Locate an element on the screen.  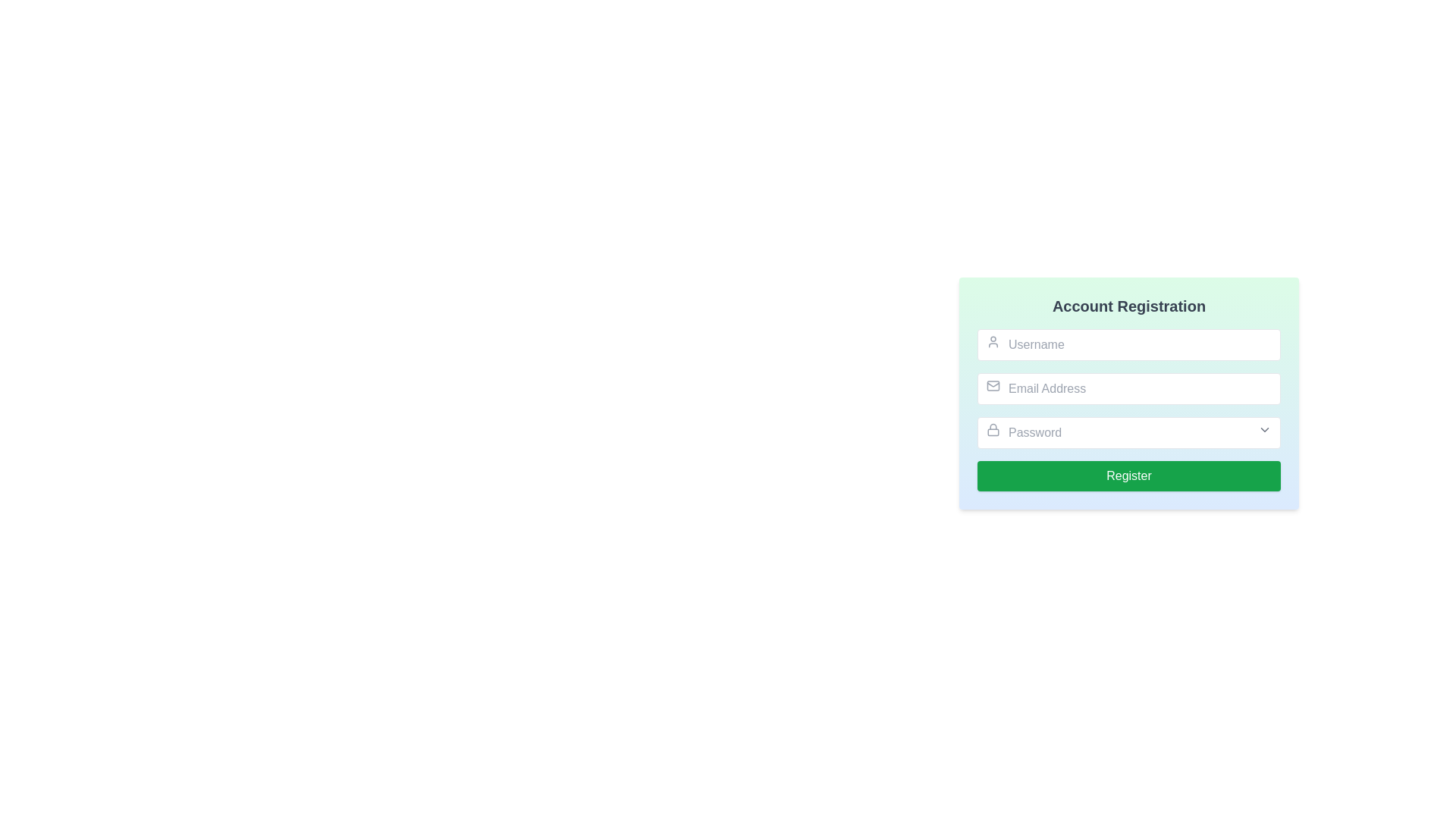
the button that toggles the visibility of the password input field, located at the right side of the password input field is located at coordinates (1265, 430).